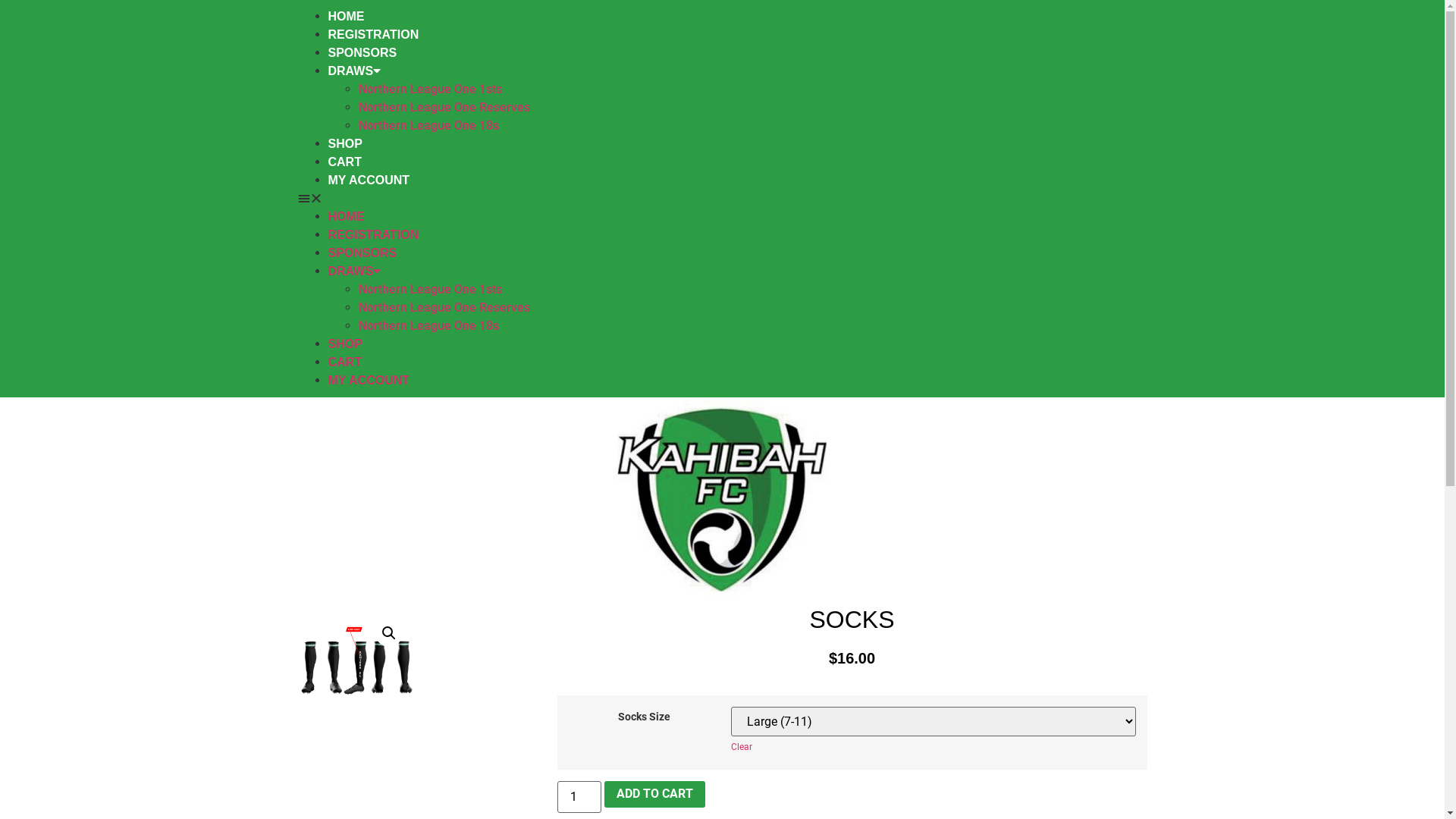 The image size is (1456, 819). I want to click on 'Clear', so click(731, 745).